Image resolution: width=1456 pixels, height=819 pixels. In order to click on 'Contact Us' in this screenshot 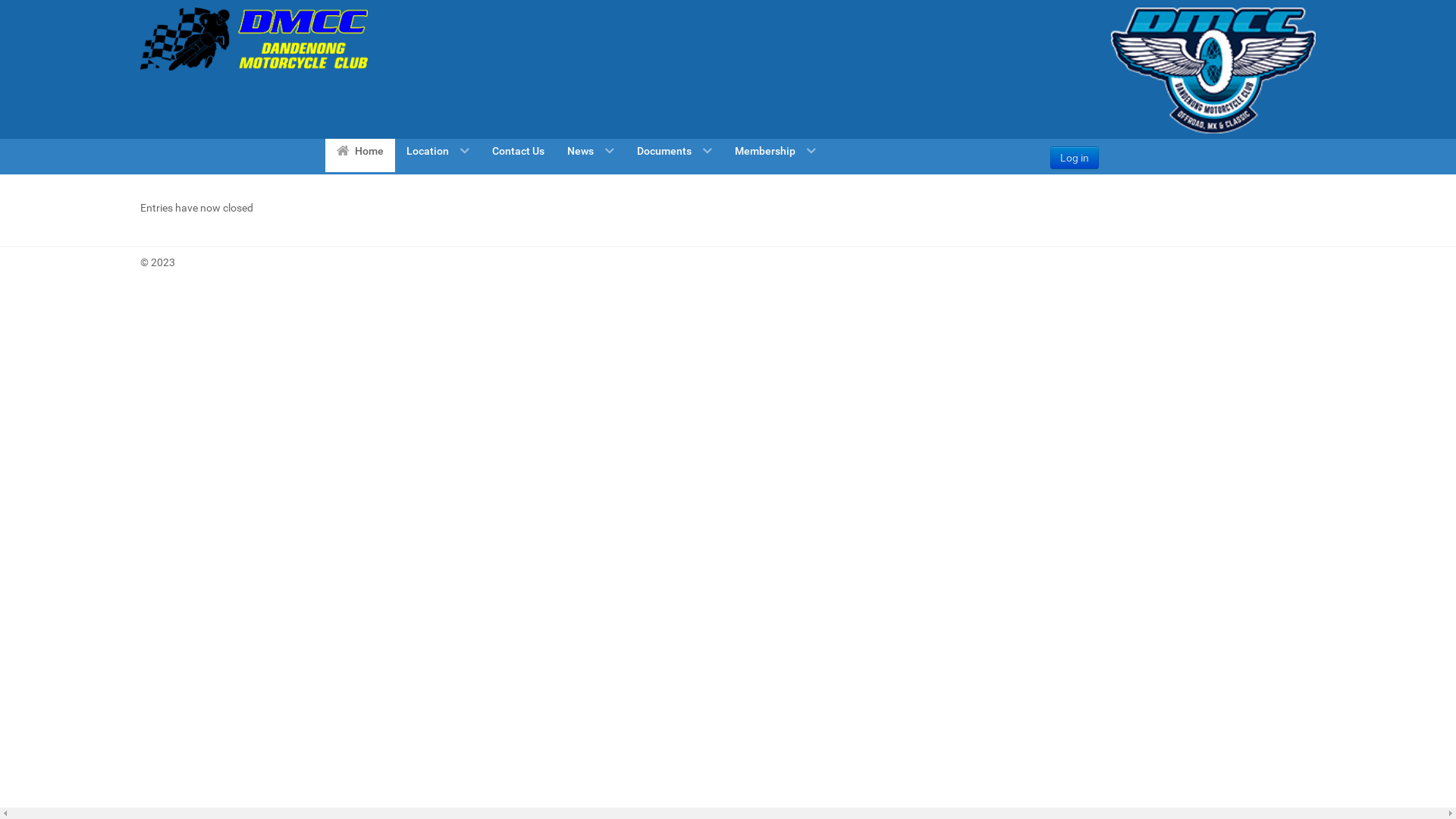, I will do `click(518, 149)`.